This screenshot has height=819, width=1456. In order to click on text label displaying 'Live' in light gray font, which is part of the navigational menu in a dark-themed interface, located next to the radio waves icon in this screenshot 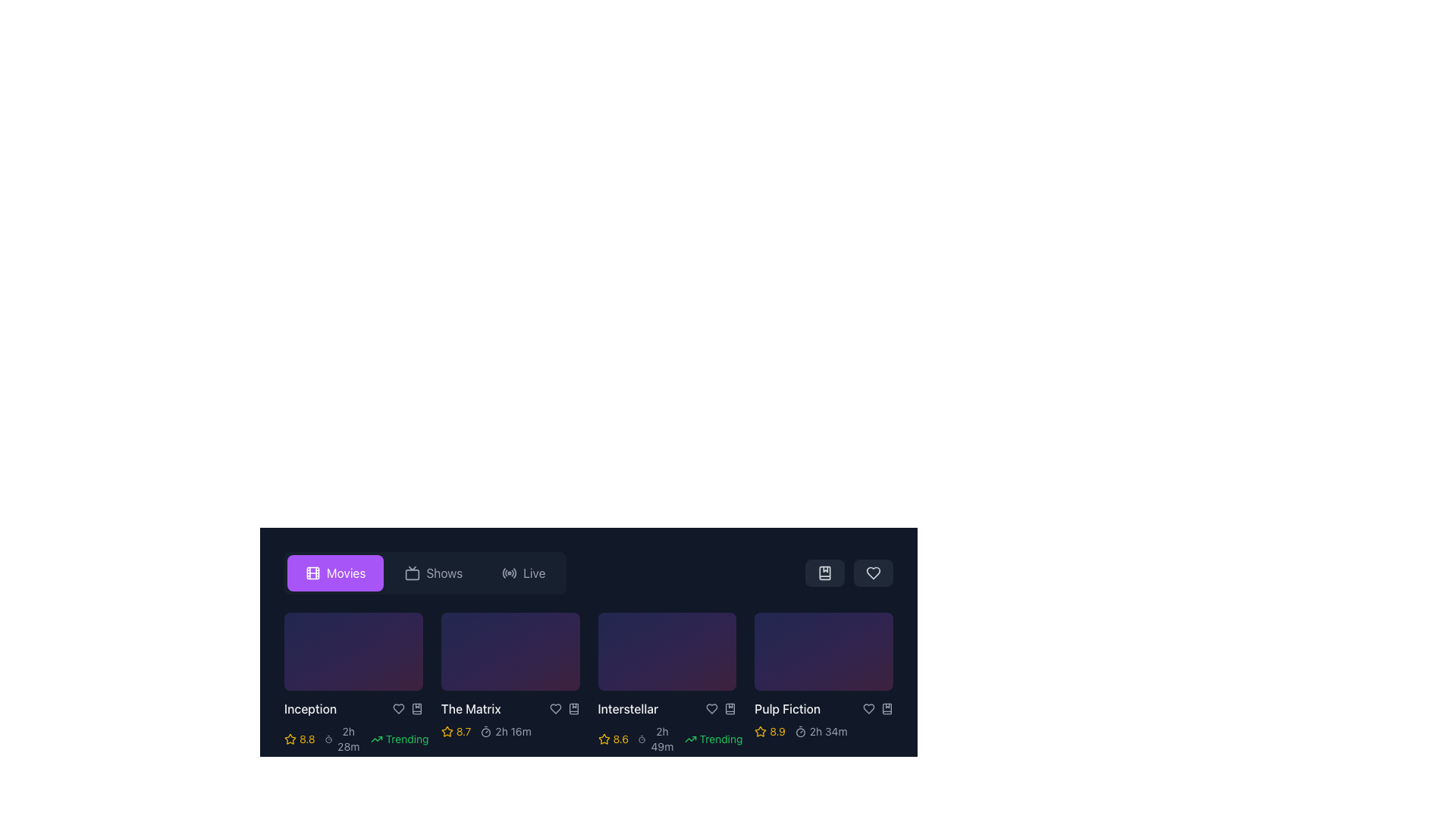, I will do `click(534, 573)`.